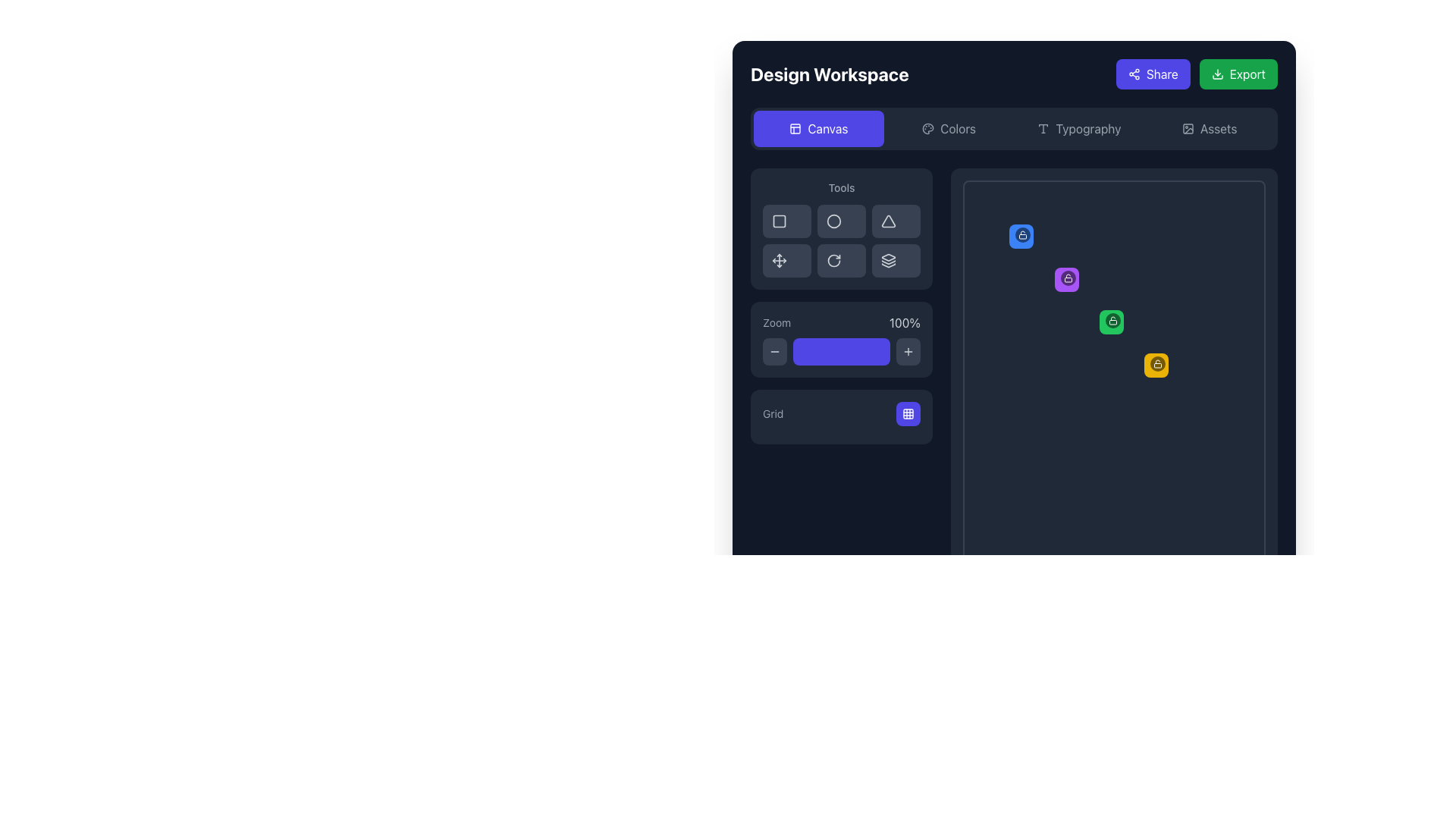 This screenshot has width=1456, height=819. What do you see at coordinates (908, 351) in the screenshot?
I see `the square-shaped button with a dark gray background and a '+' icon` at bounding box center [908, 351].